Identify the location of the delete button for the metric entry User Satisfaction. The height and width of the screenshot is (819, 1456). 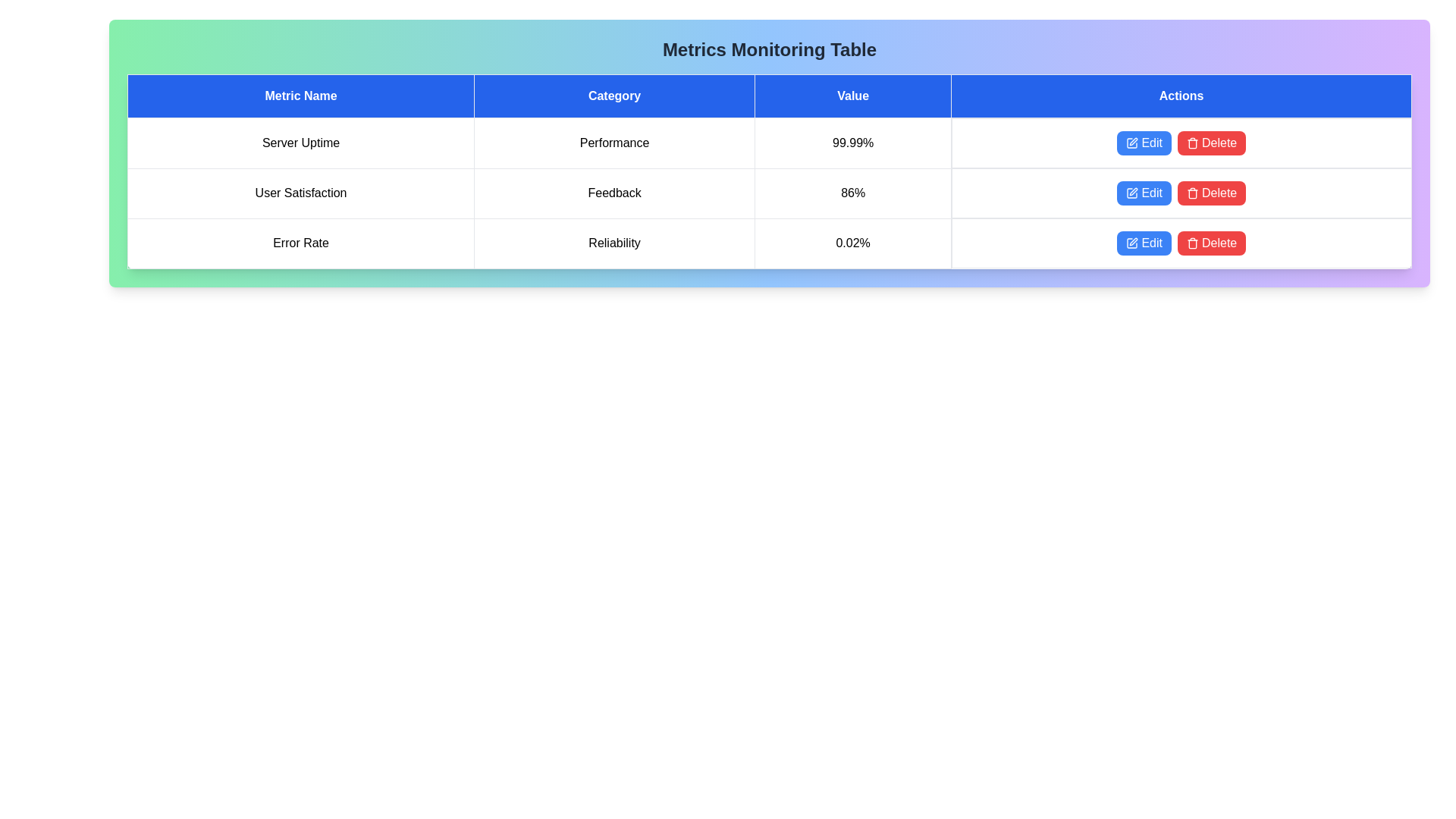
(1211, 192).